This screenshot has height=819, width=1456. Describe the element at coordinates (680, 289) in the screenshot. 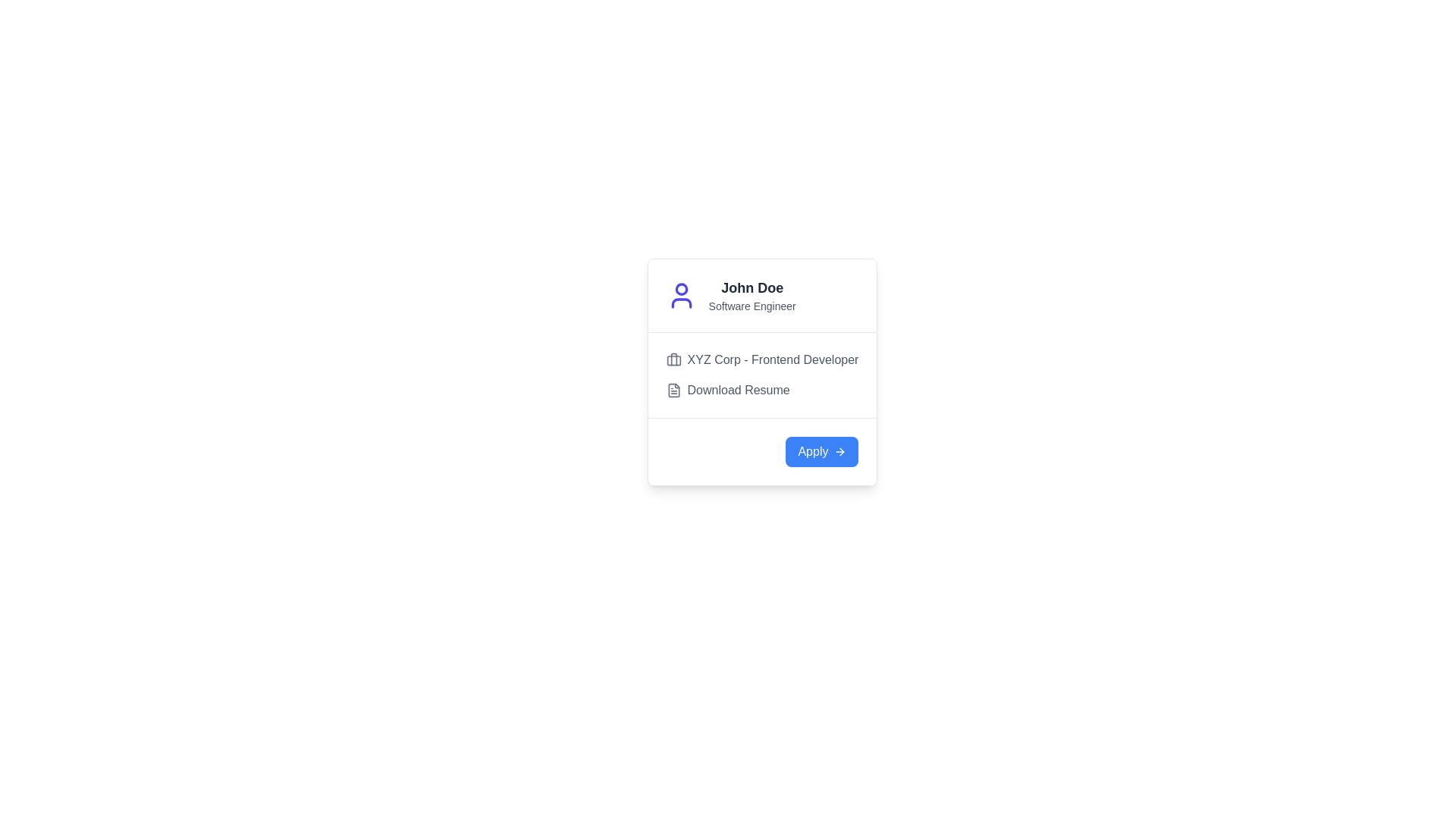

I see `the SVG Circle Element that represents the user's avatar icon in the user information card` at that location.